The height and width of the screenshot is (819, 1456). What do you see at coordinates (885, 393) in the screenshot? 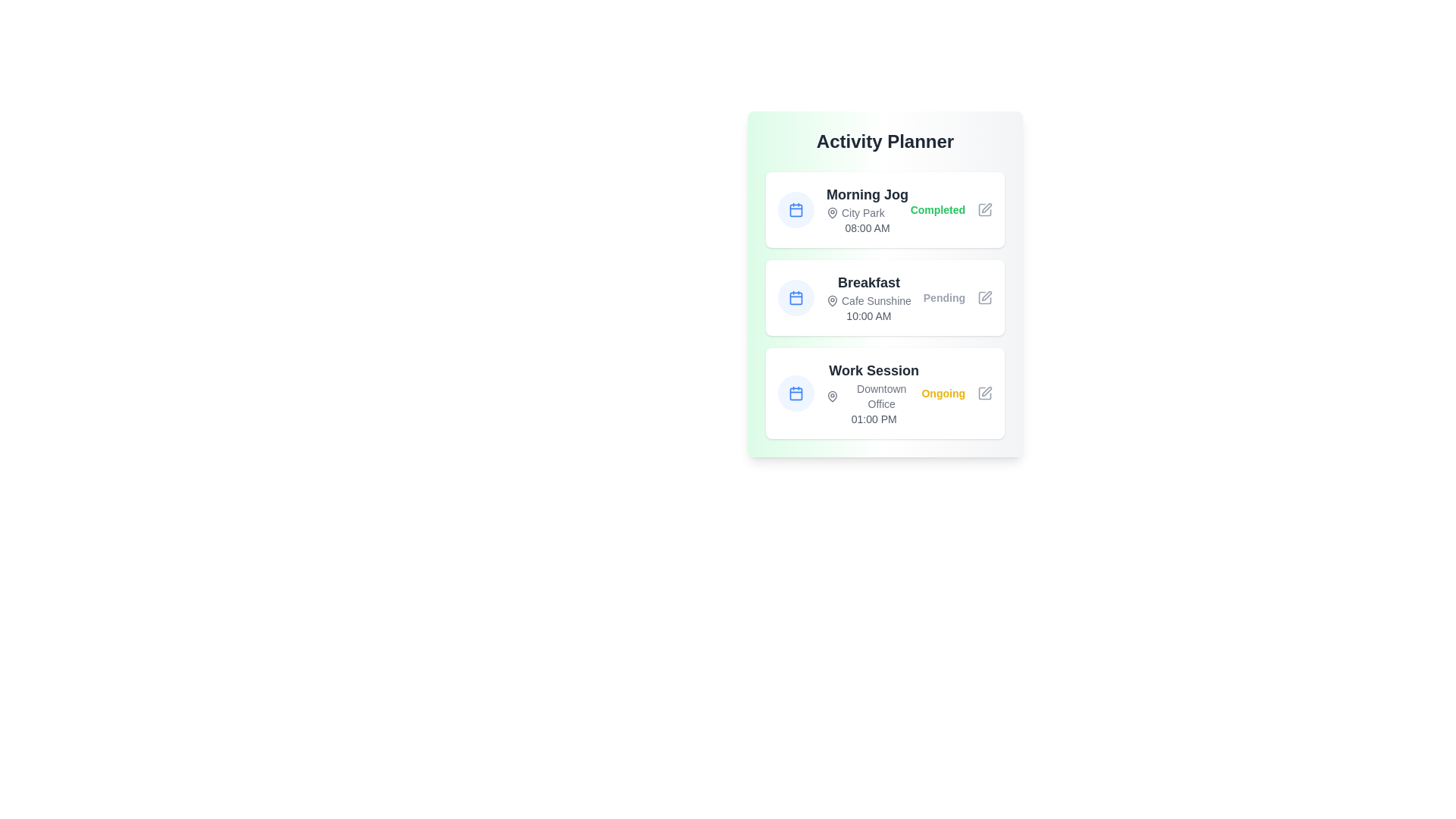
I see `the third card component titled 'Work Session' with a white background and rounded corners, located under the 'Breakfast' card in the 'Activity Planner'` at bounding box center [885, 393].